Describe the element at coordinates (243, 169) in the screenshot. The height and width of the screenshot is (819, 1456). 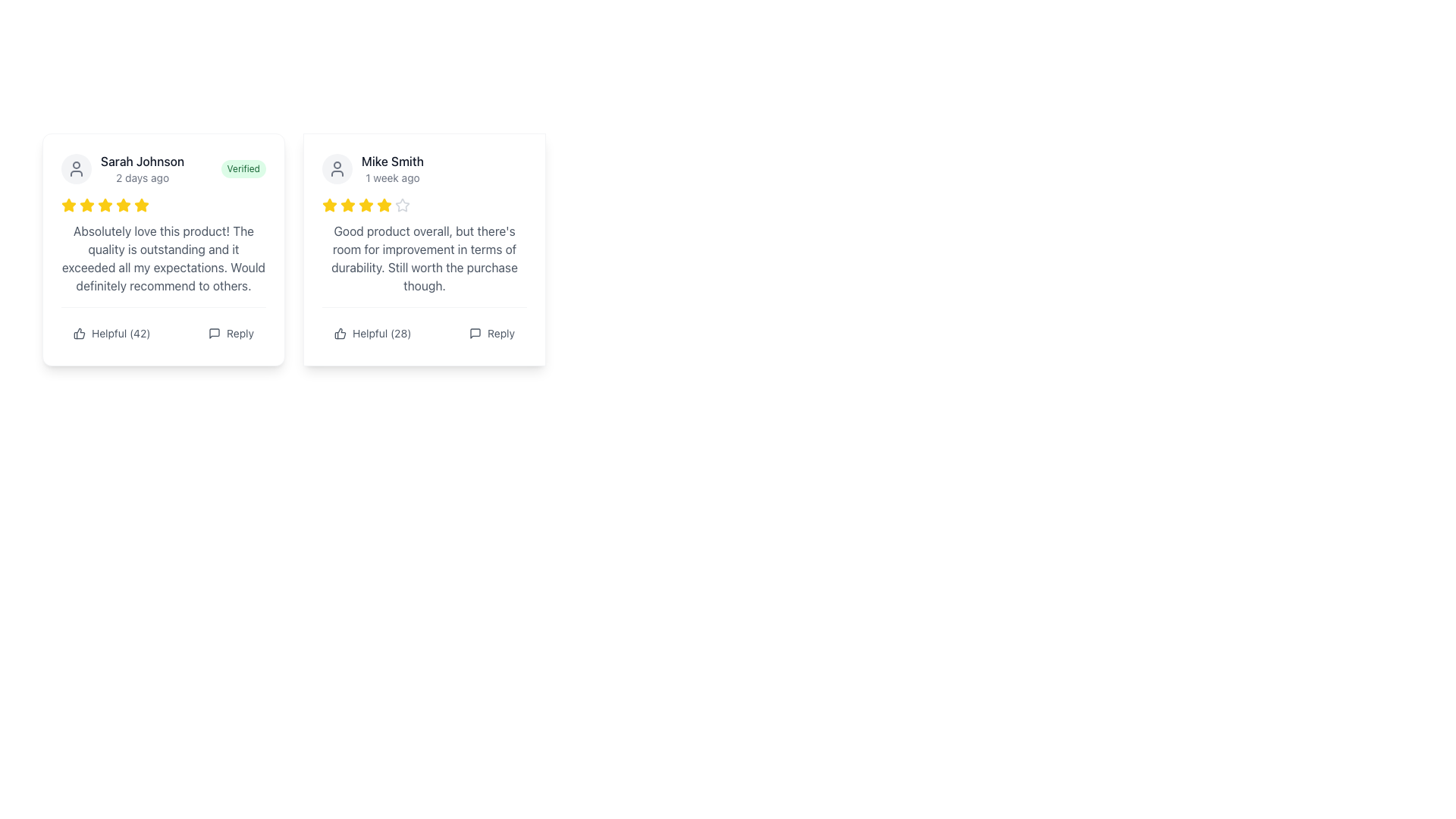
I see `the 'Verified' label, which is styled with a green background and appears to the right of 'Sarah Johnson' and the time label '2 days ago'` at that location.